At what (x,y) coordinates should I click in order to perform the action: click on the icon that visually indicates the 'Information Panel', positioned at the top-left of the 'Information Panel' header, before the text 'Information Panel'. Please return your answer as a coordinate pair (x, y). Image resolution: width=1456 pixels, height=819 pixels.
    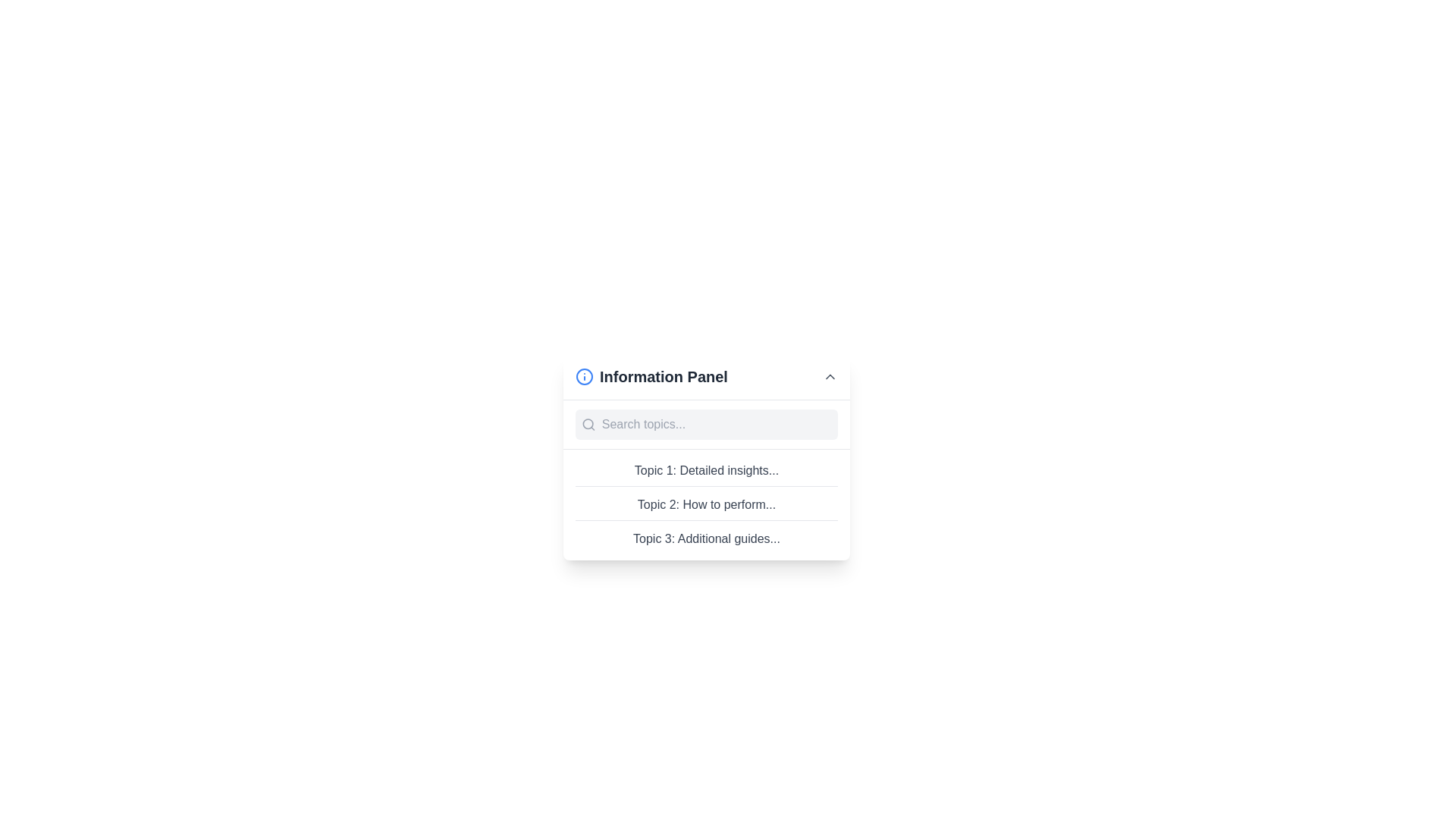
    Looking at the image, I should click on (584, 376).